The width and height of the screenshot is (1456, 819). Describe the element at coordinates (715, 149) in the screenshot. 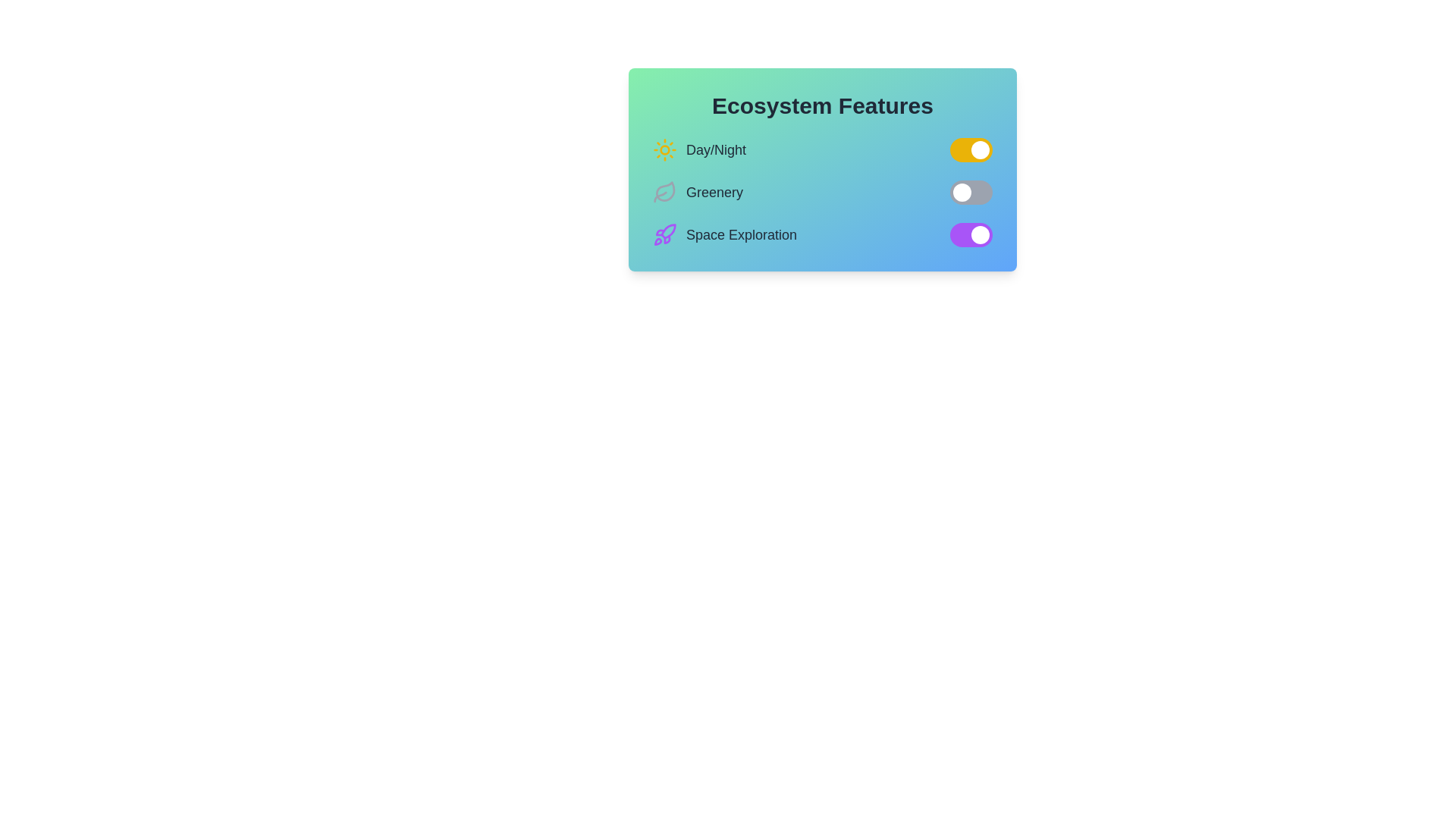

I see `the 'Day/Night' text label, which is styled in a bold, large font and positioned in the 'Ecosystem Features' panel, located adjacent to a sun icon and a toggle switch` at that location.